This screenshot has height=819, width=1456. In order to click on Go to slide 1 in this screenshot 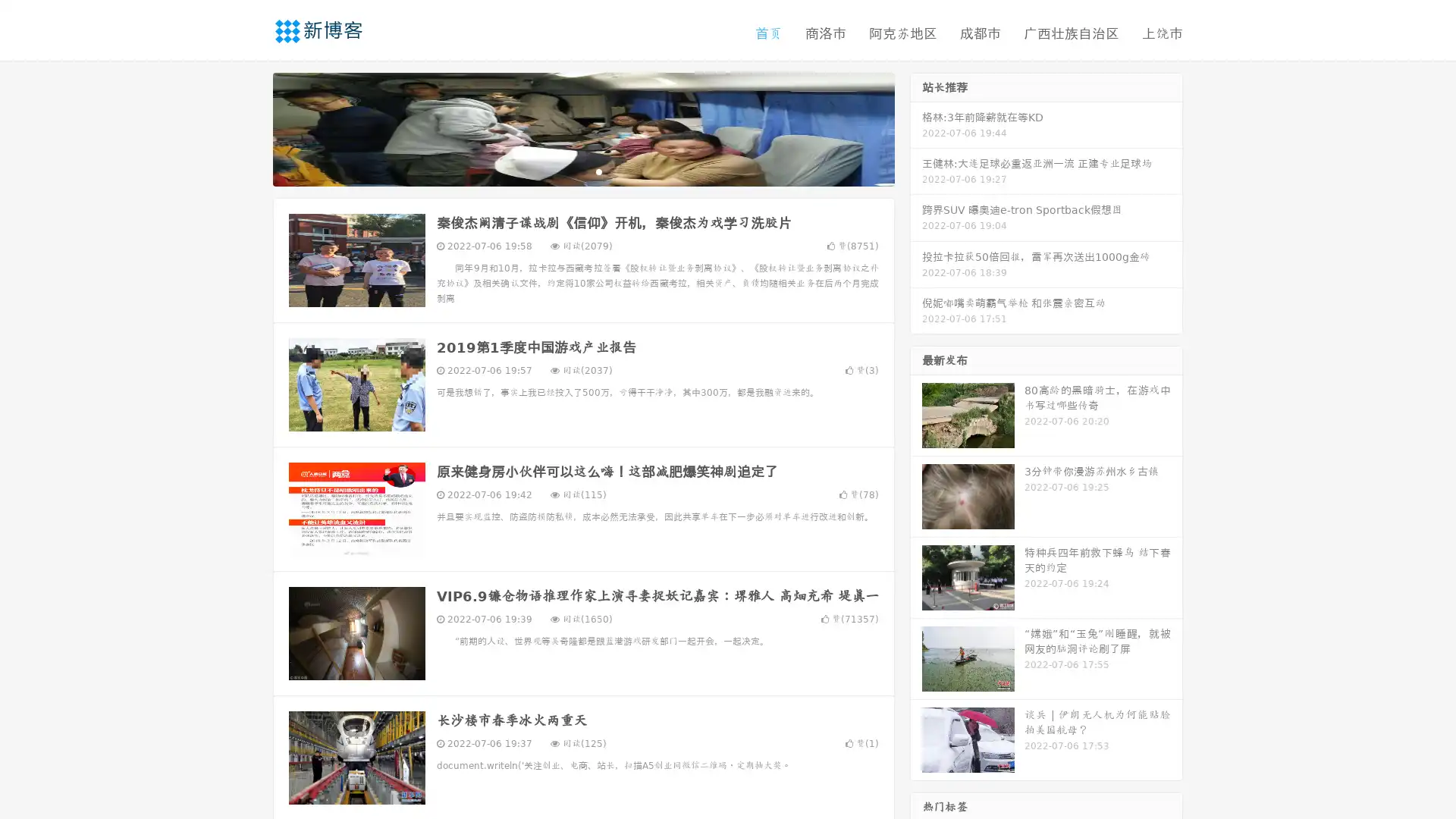, I will do `click(567, 171)`.